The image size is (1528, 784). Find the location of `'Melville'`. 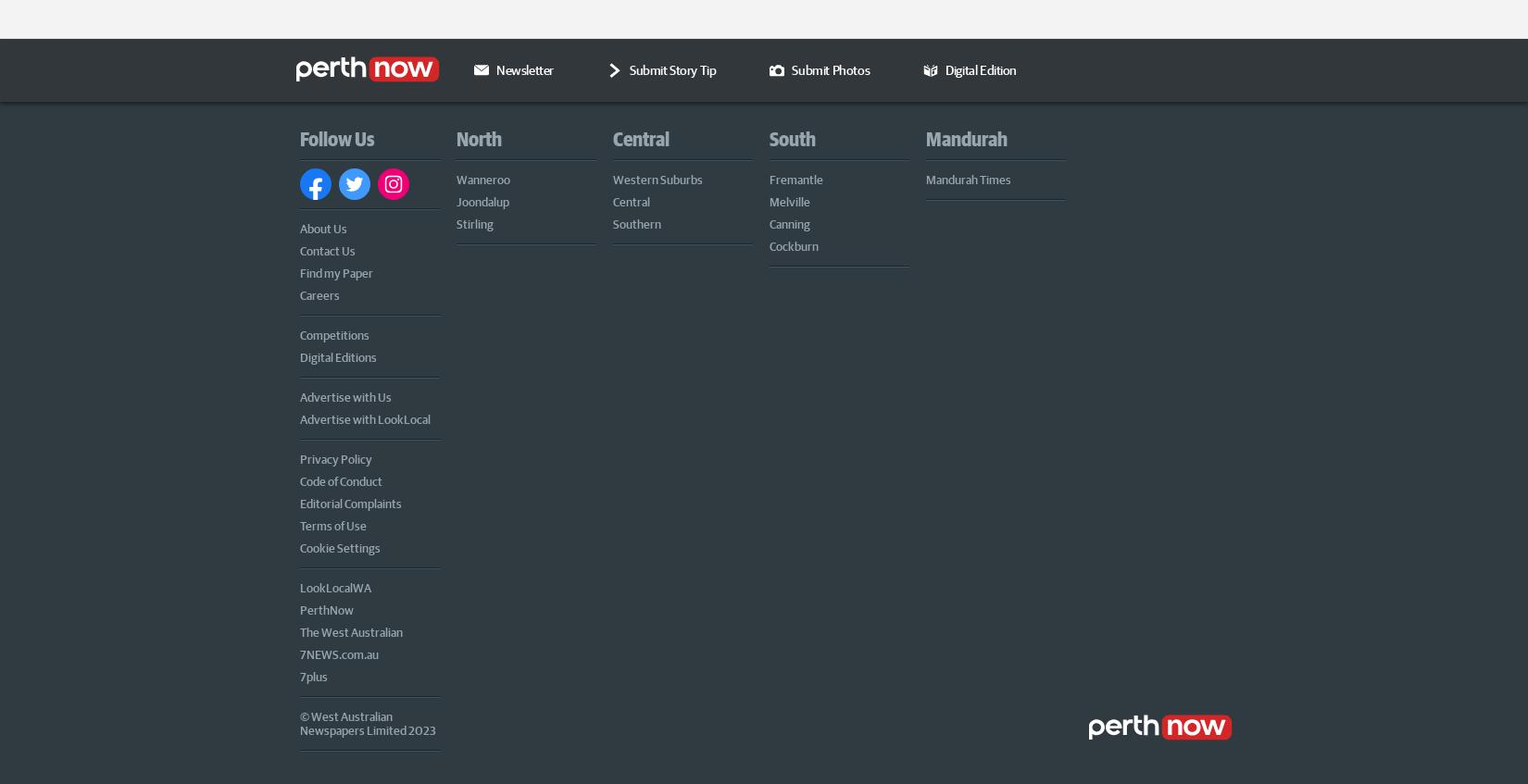

'Melville' is located at coordinates (789, 199).